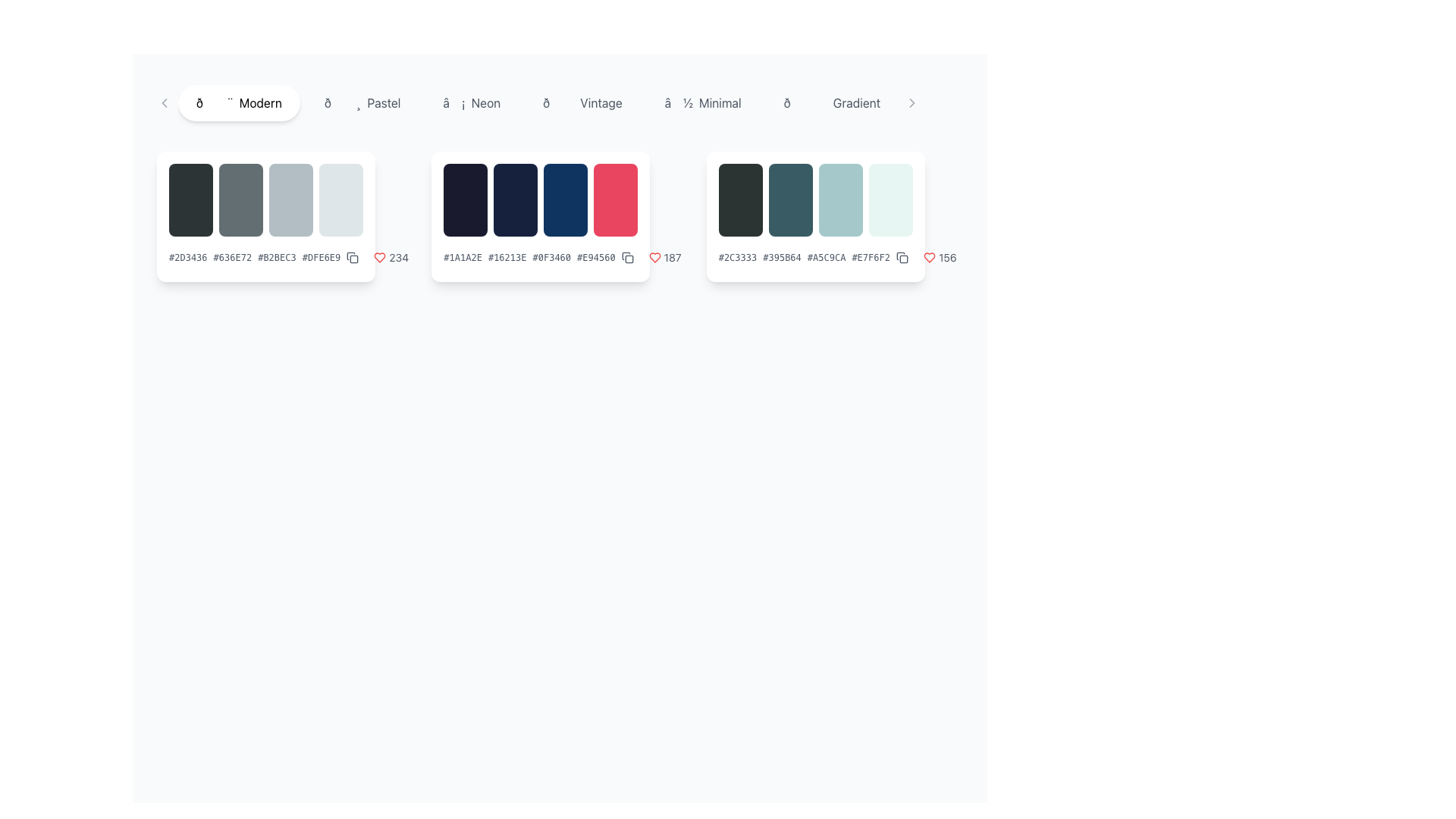 Image resolution: width=1456 pixels, height=819 pixels. Describe the element at coordinates (350, 256) in the screenshot. I see `the SVG icon within the button located to the right of the palette card displaying the code '#2D3436 #636E72 #B2BEC3 #DFE6E9' to initiate the copy action` at that location.